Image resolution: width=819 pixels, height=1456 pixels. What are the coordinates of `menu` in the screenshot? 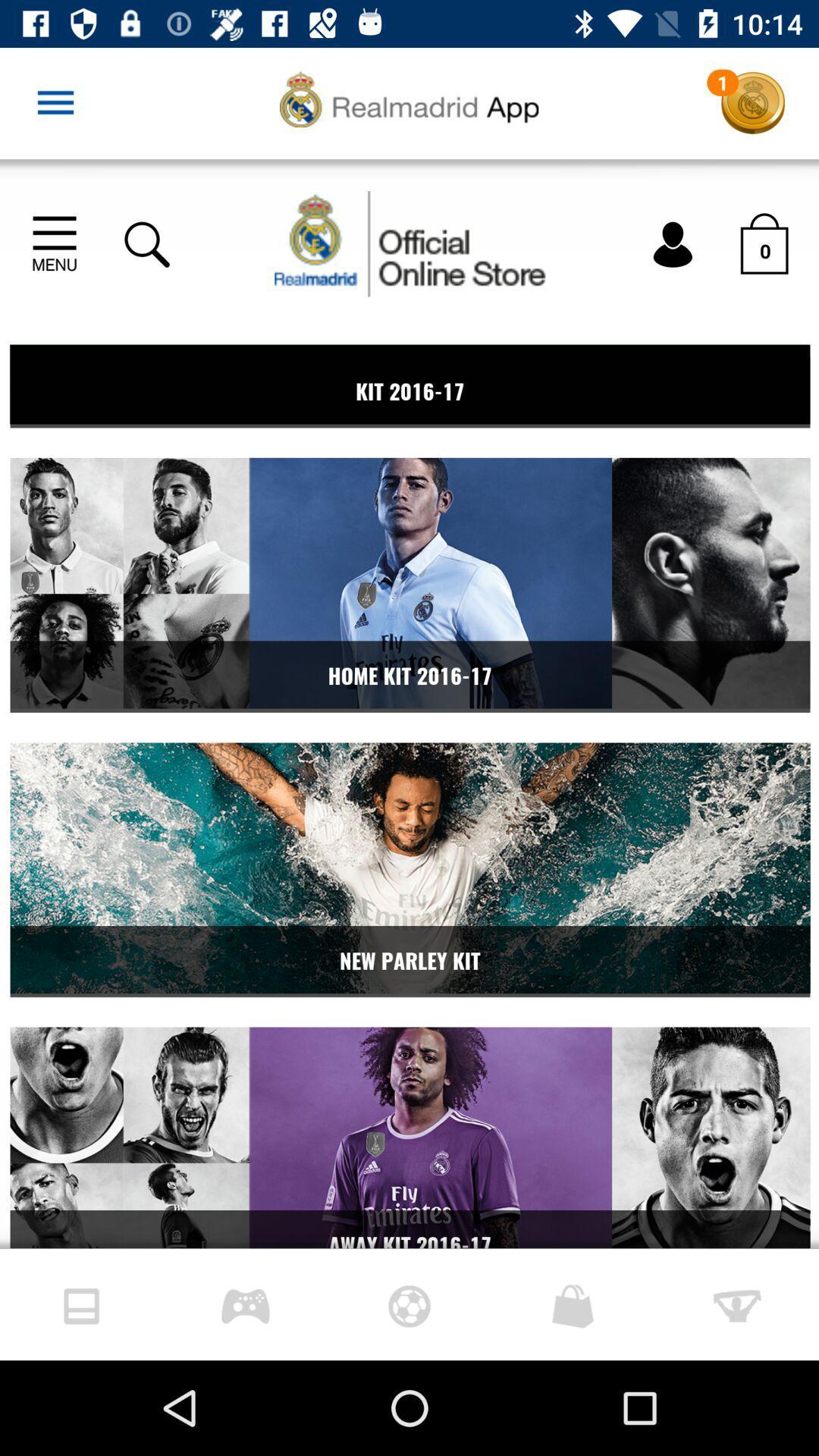 It's located at (55, 102).